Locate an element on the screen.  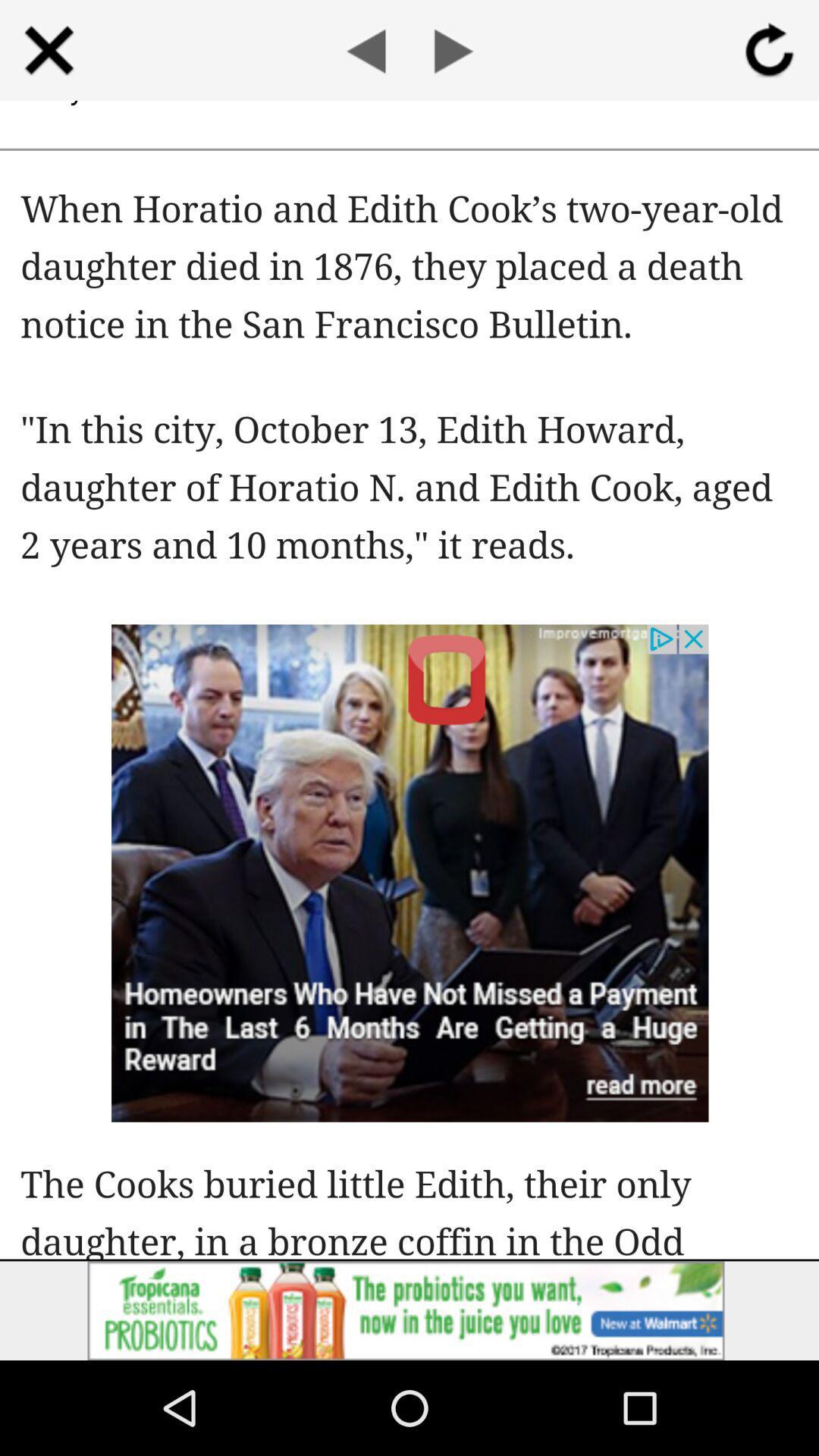
previous is located at coordinates (366, 50).